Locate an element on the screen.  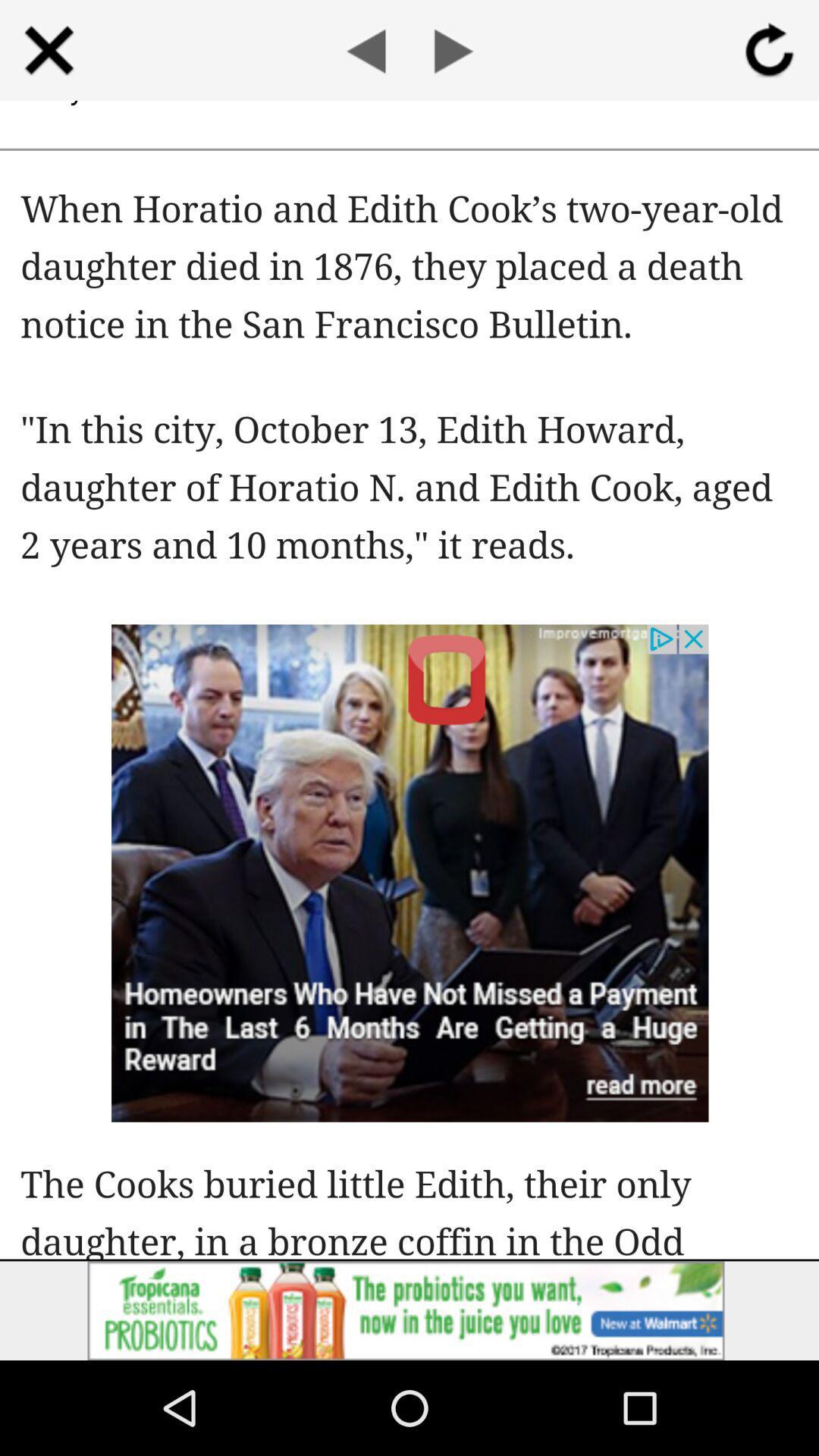
previous is located at coordinates (366, 50).